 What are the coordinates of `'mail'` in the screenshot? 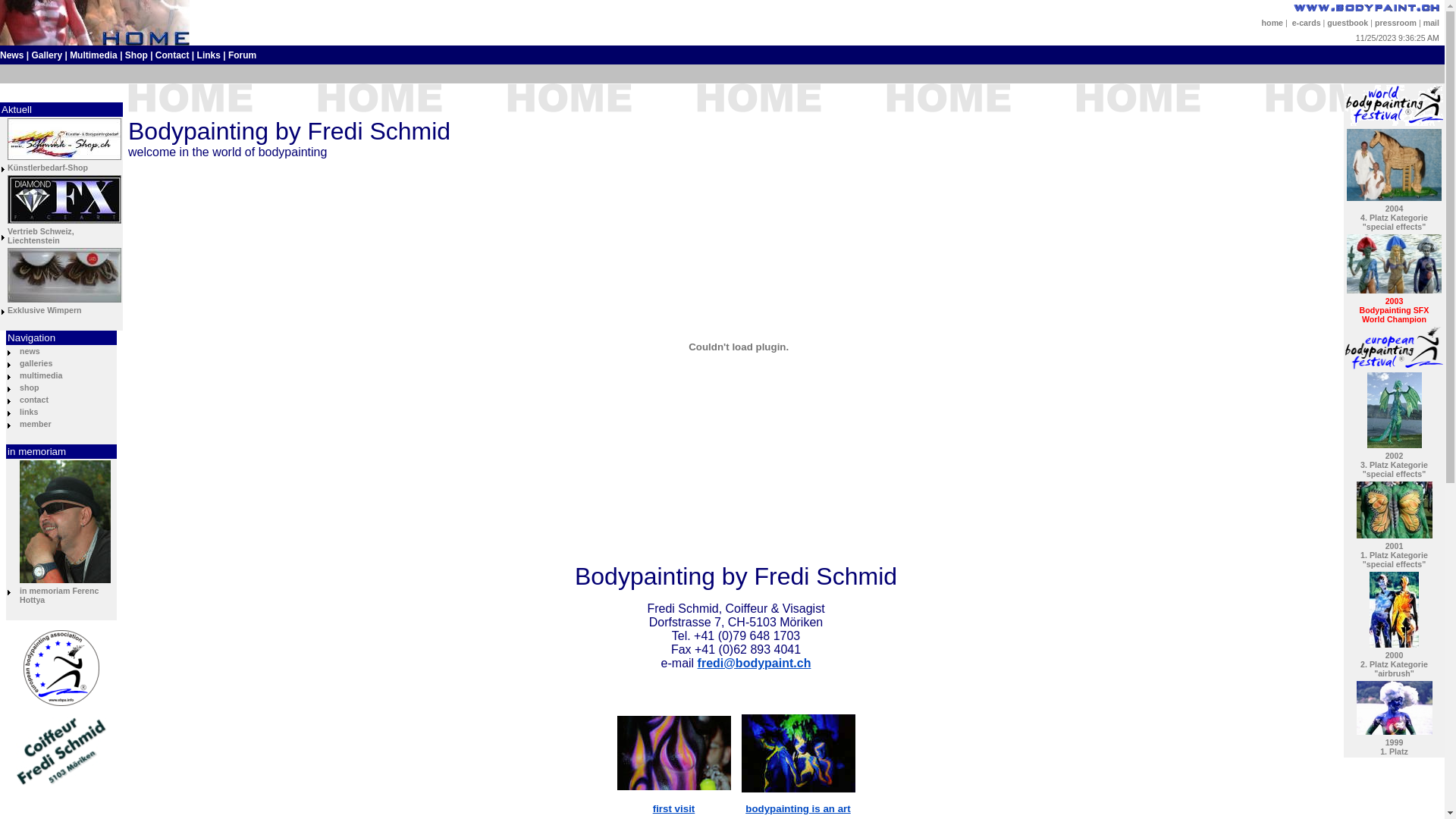 It's located at (1430, 23).